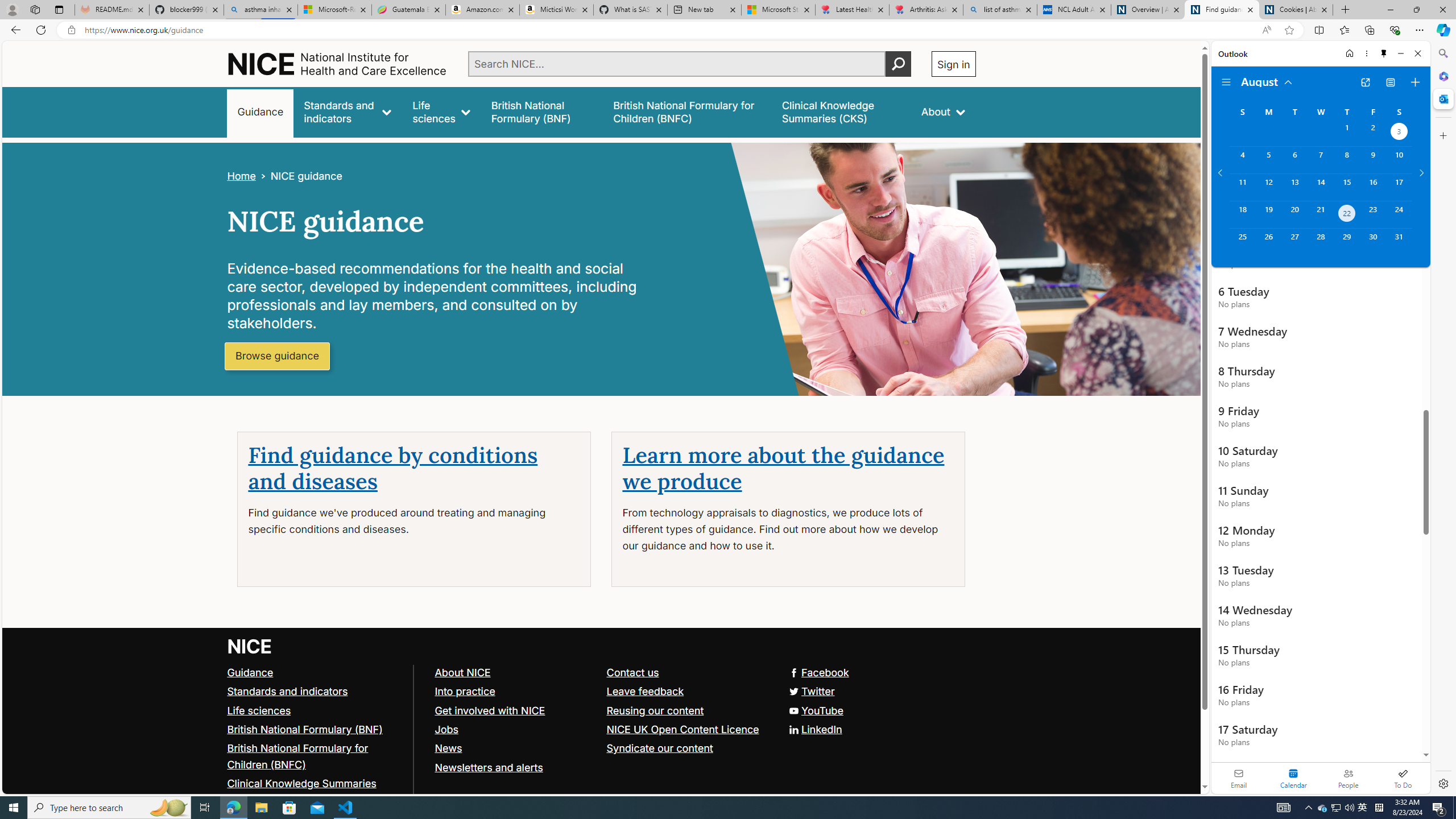 The width and height of the screenshot is (1456, 819). Describe the element at coordinates (632, 671) in the screenshot. I see `'Contact us'` at that location.